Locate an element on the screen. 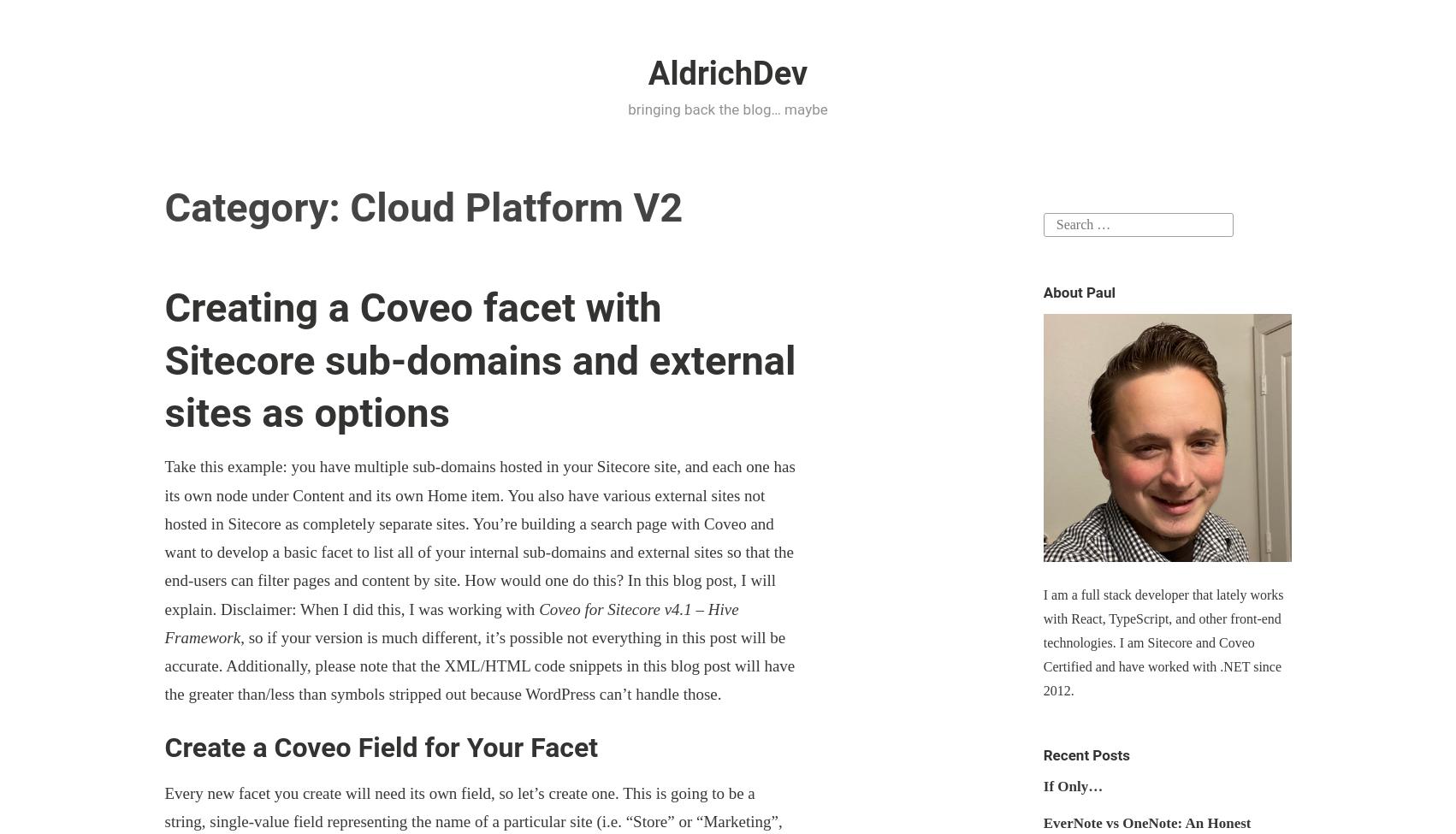 This screenshot has height=834, width=1456. 'Recent Posts' is located at coordinates (1042, 754).